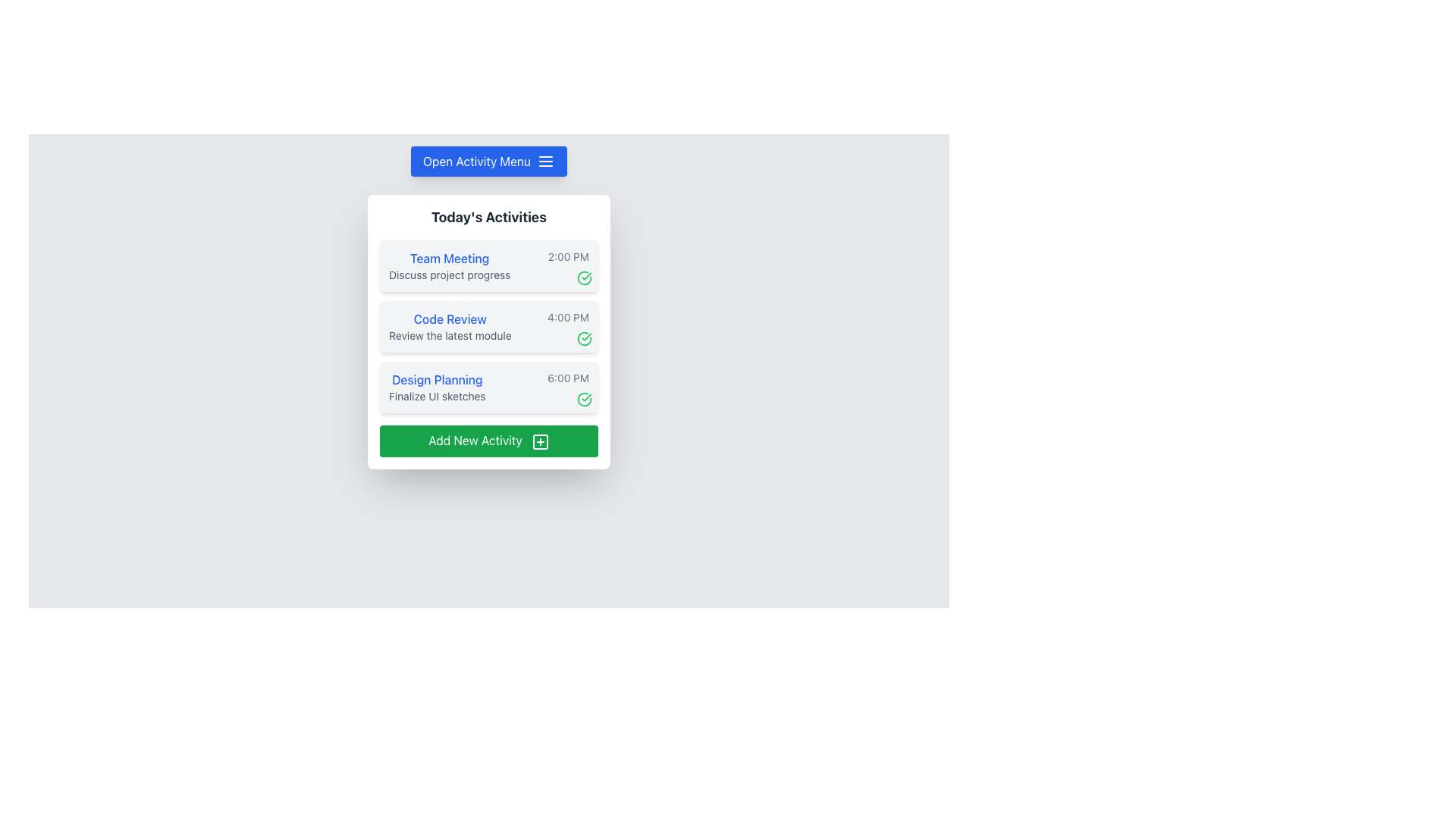  What do you see at coordinates (449, 257) in the screenshot?
I see `text label reading 'Team Meeting', which is styled with medium-weight font and blue color, located within the activities panel under 'Today's Activities'` at bounding box center [449, 257].